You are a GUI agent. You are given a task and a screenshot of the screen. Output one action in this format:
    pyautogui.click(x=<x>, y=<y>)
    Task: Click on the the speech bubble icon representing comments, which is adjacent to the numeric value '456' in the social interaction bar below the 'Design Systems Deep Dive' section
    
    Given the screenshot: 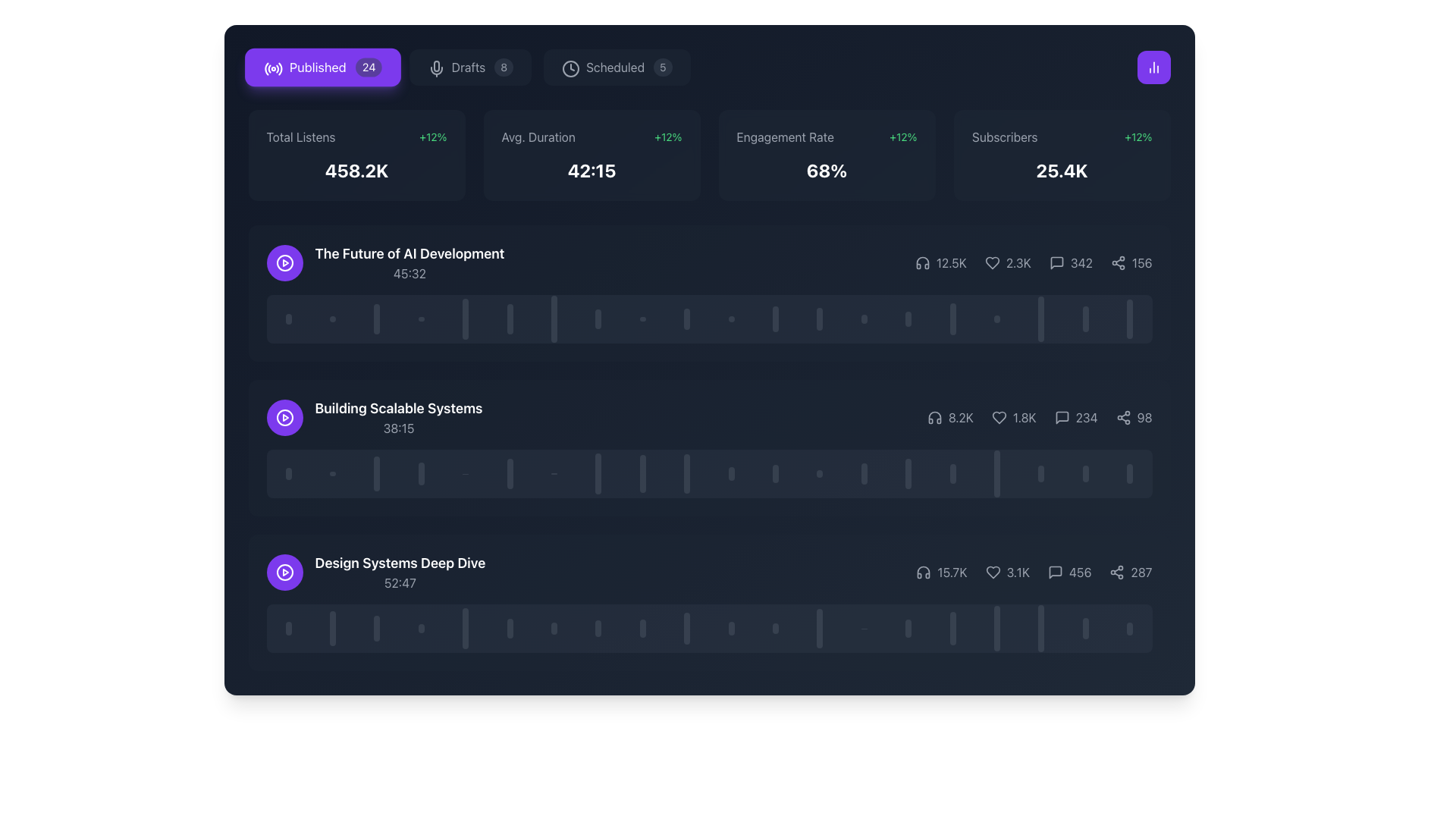 What is the action you would take?
    pyautogui.click(x=1055, y=573)
    